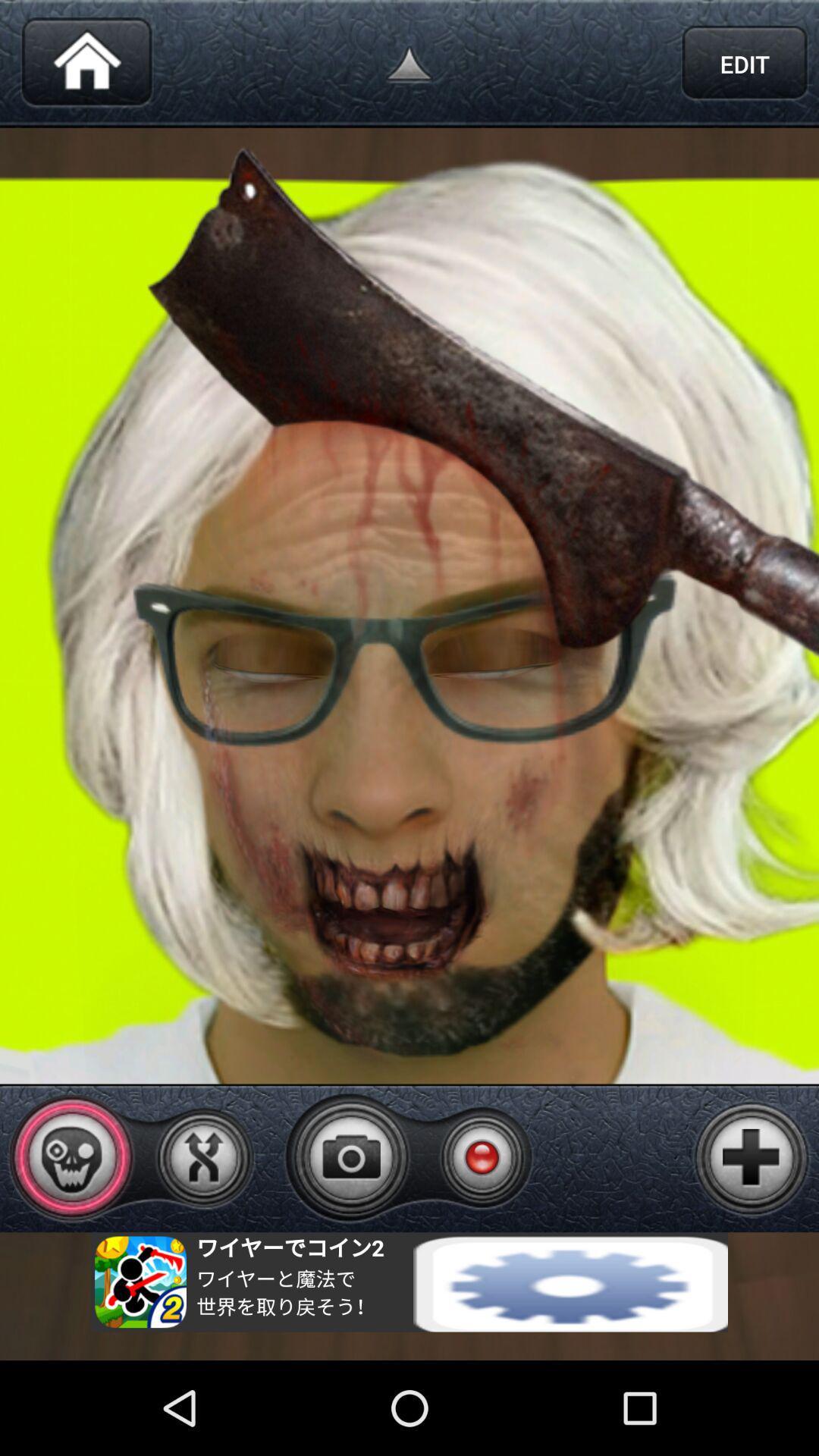  I want to click on the arrow_upward icon, so click(409, 67).